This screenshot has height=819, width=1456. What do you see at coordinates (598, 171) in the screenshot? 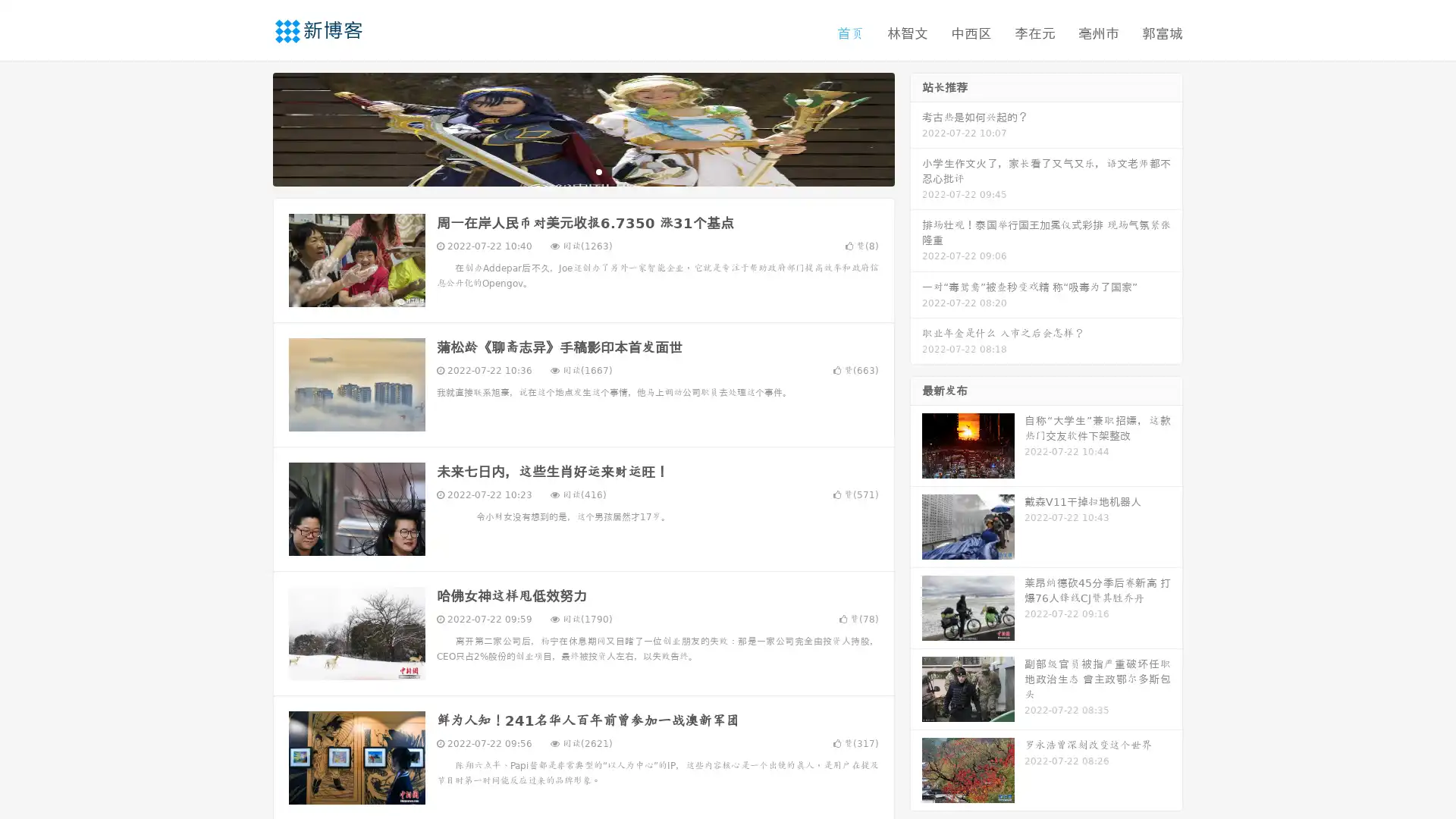
I see `Go to slide 3` at bounding box center [598, 171].